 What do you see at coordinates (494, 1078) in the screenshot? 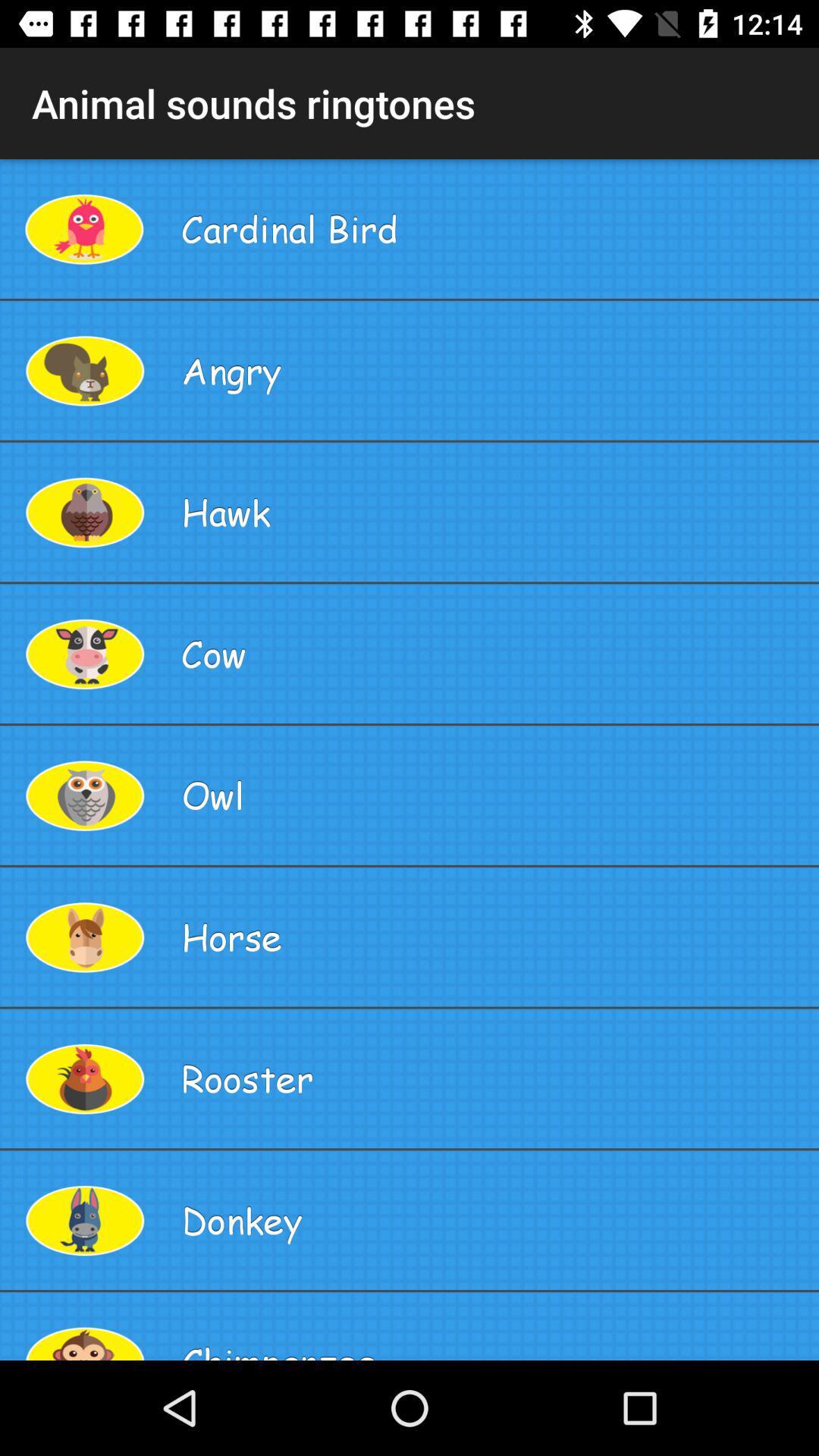
I see `rooster` at bounding box center [494, 1078].